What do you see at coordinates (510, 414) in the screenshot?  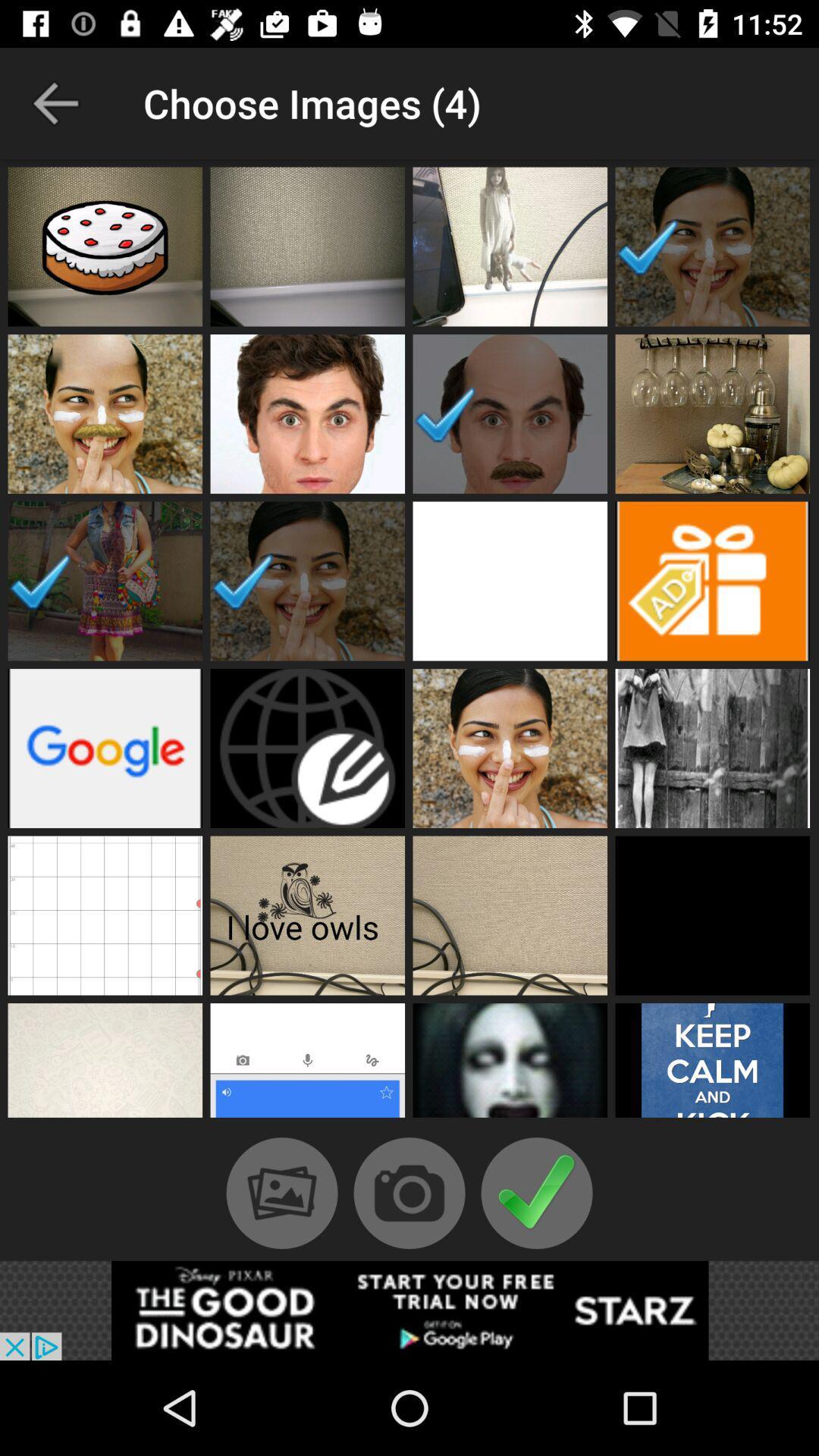 I see `selected image` at bounding box center [510, 414].